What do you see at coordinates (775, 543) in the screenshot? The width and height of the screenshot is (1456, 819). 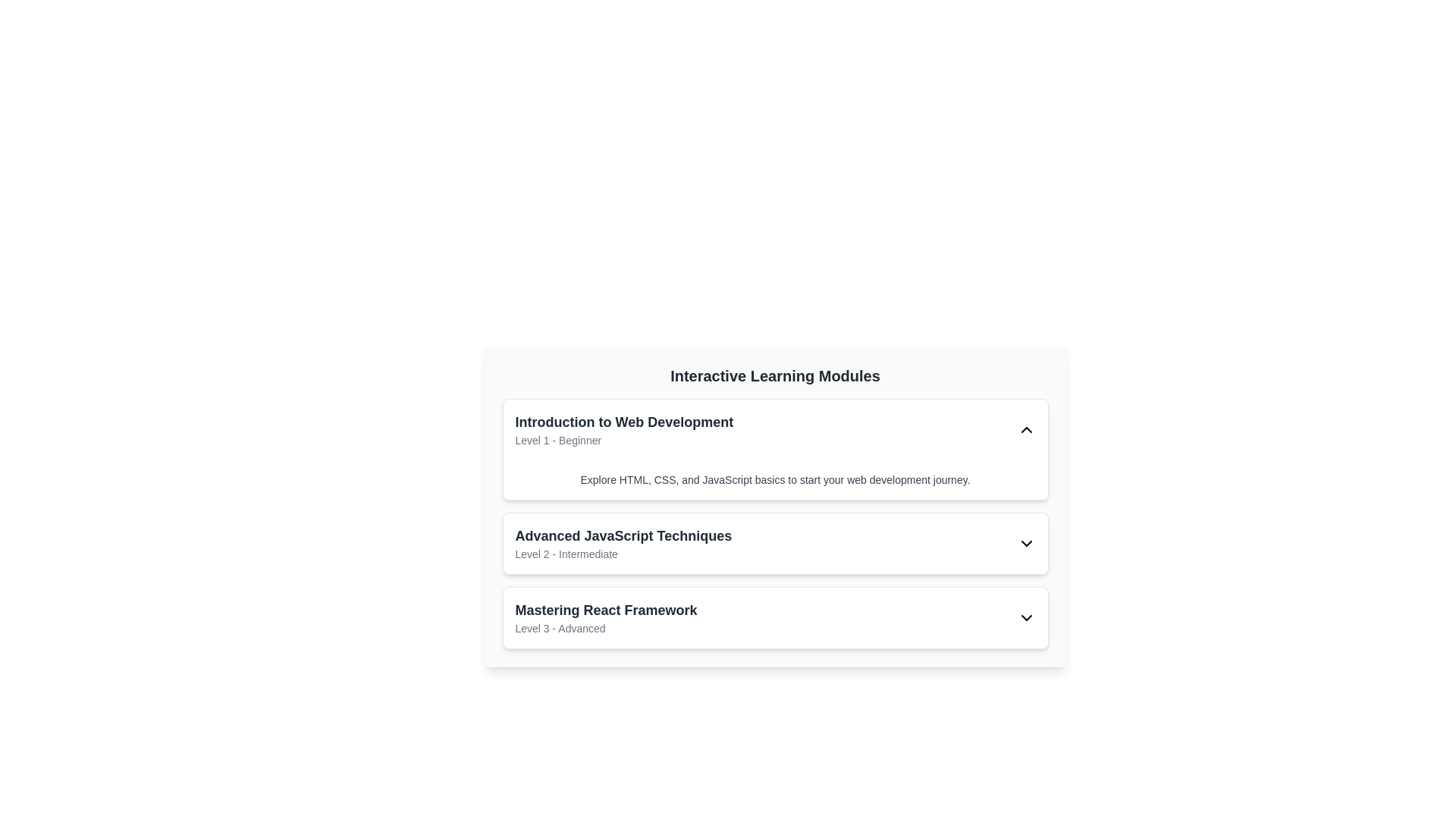 I see `the collapsible list item labeled 'Advanced JavaScript Techniques'` at bounding box center [775, 543].